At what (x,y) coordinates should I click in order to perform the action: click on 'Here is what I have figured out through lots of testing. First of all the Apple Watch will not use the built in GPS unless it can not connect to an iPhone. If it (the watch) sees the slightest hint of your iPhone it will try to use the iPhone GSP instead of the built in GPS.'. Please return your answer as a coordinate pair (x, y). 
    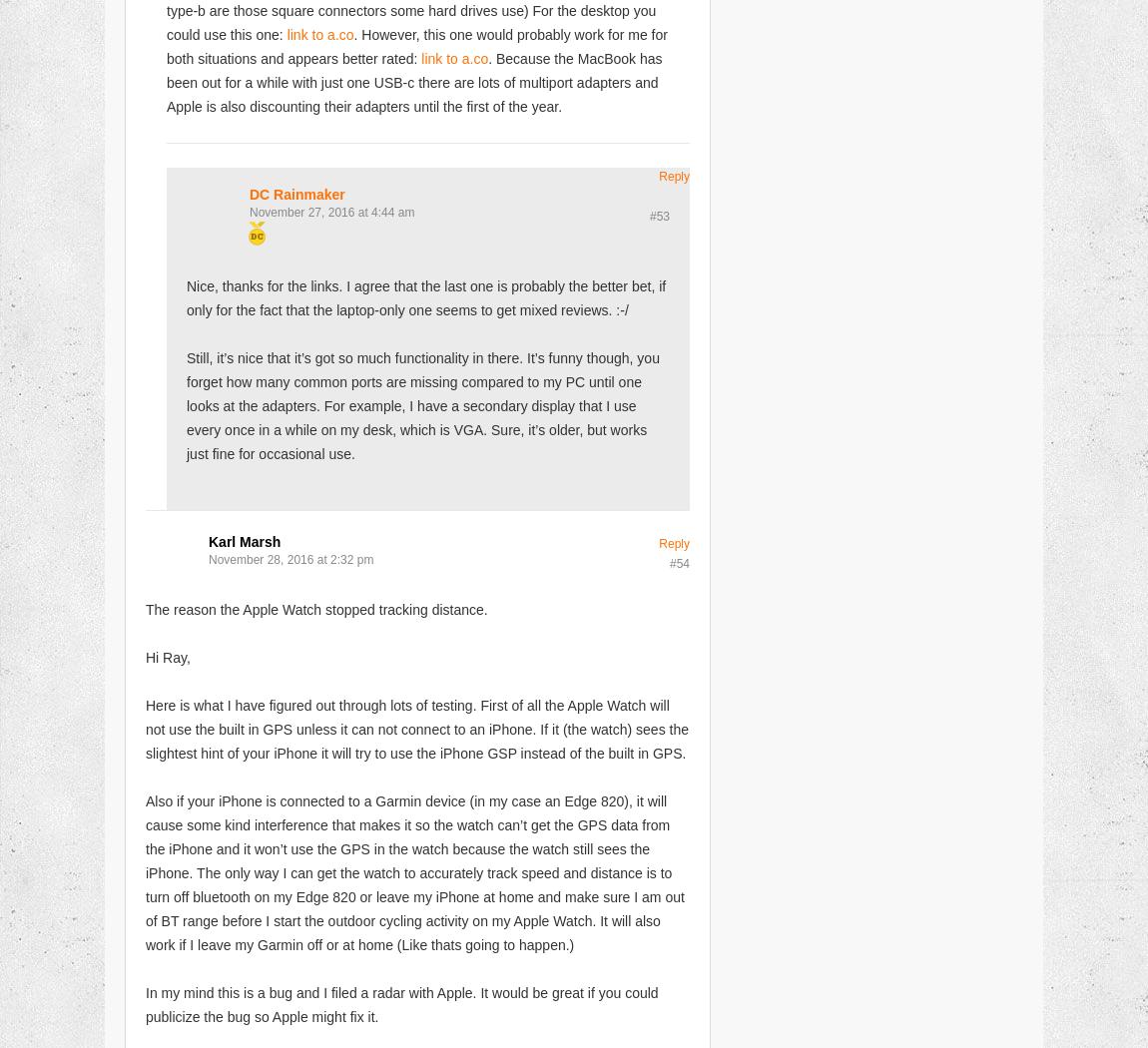
    Looking at the image, I should click on (416, 727).